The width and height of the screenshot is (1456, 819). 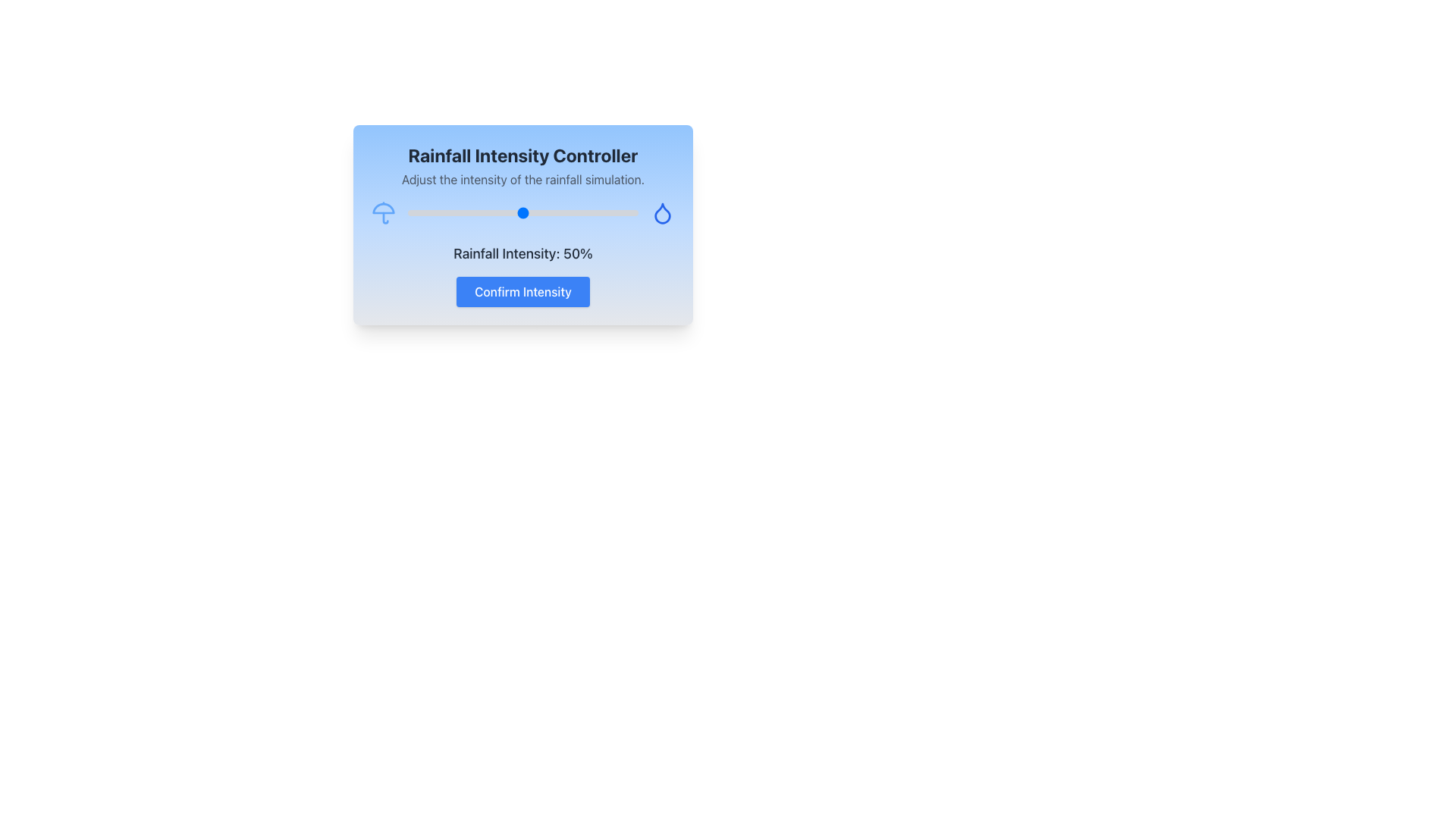 What do you see at coordinates (410, 213) in the screenshot?
I see `the rainfall intensity` at bounding box center [410, 213].